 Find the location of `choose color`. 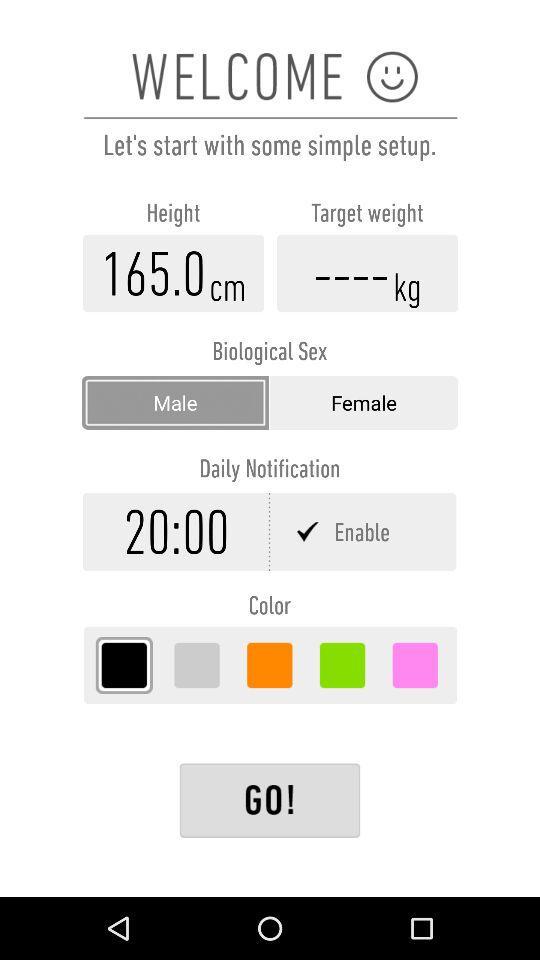

choose color is located at coordinates (269, 665).